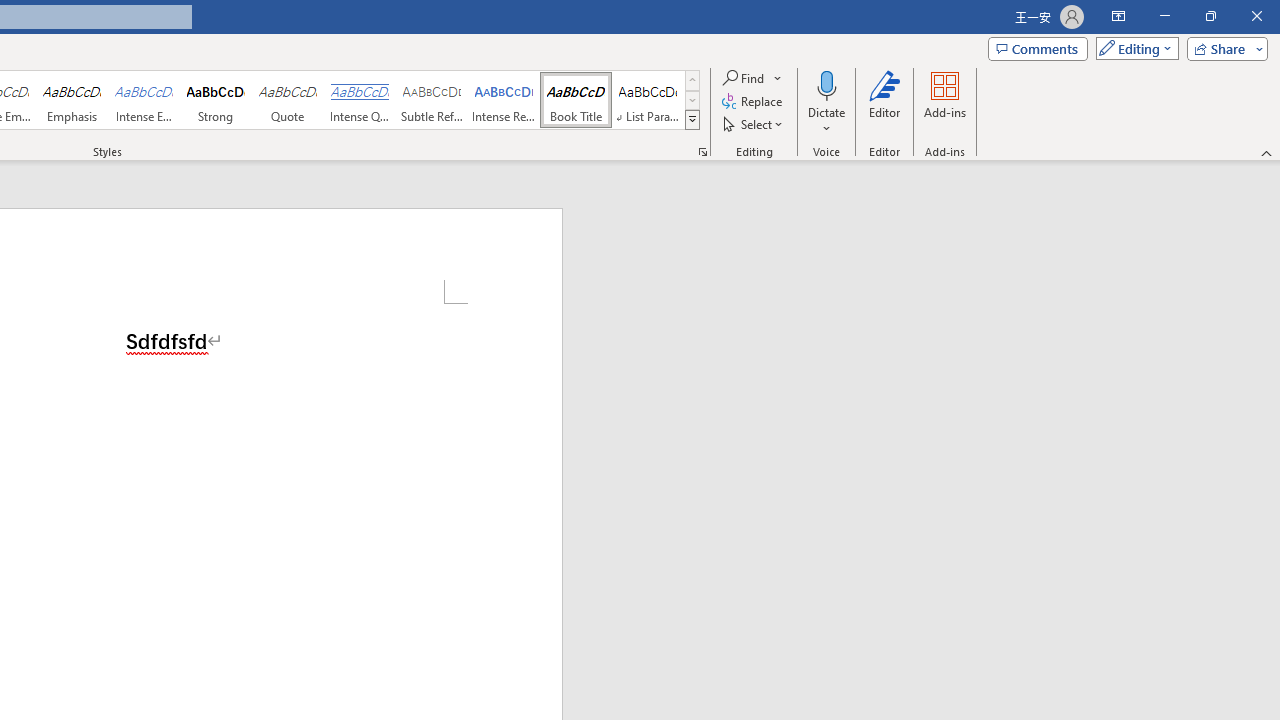 The image size is (1280, 720). I want to click on 'Strong', so click(216, 100).